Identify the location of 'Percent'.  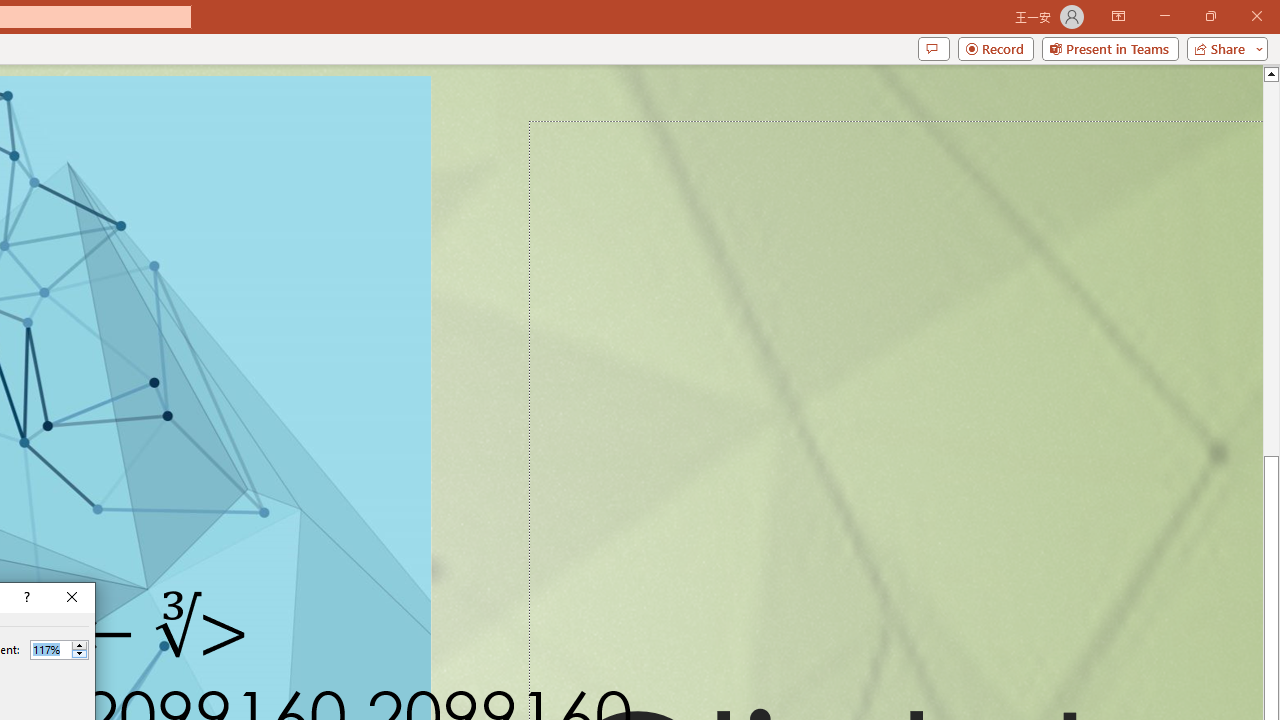
(59, 650).